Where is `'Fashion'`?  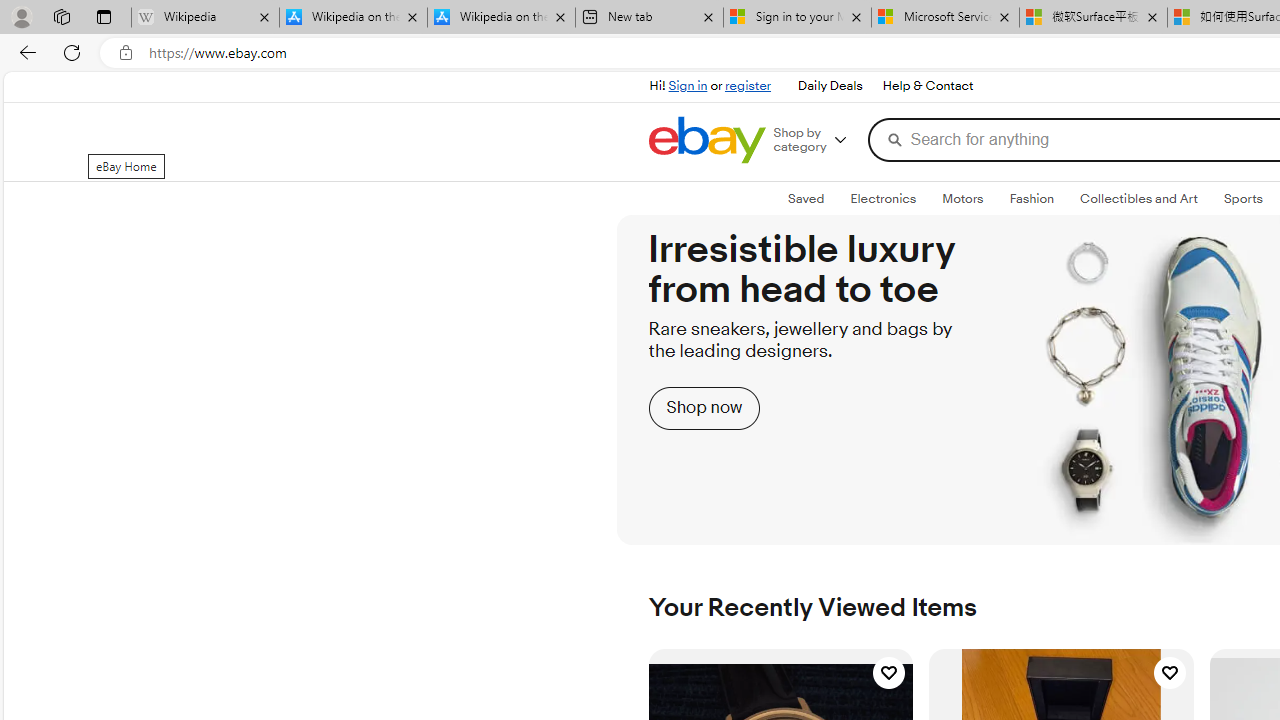
'Fashion' is located at coordinates (1031, 199).